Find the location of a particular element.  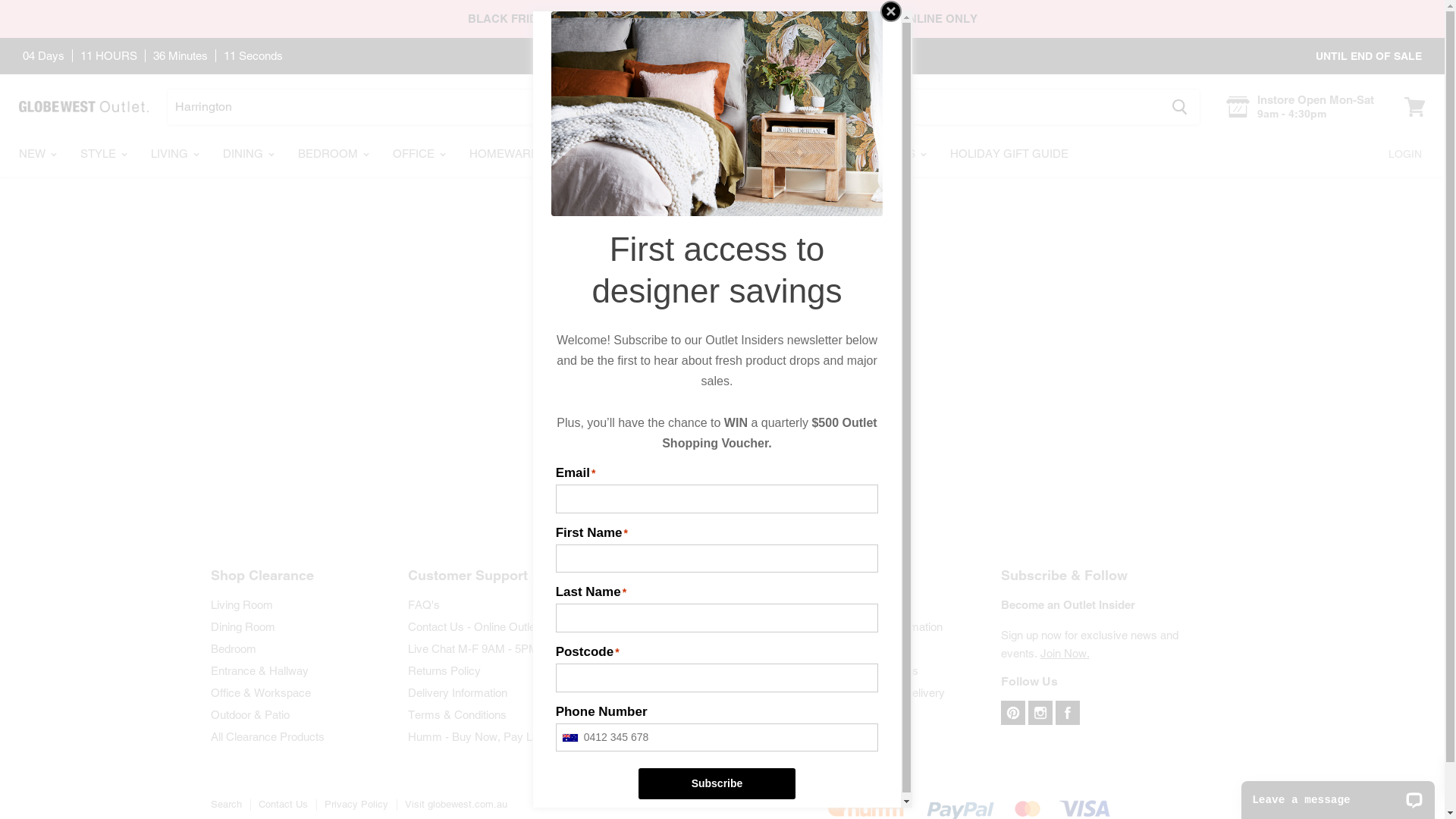

'View cart' is located at coordinates (1414, 106).